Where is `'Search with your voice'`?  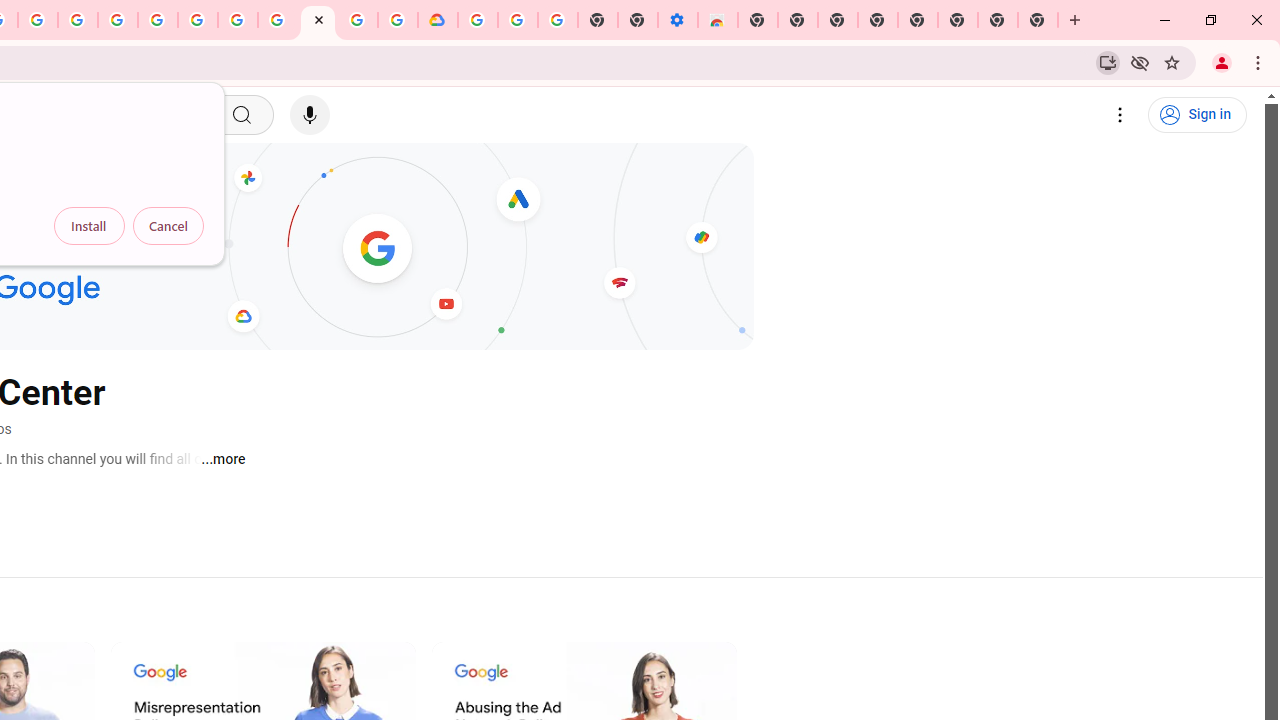
'Search with your voice' is located at coordinates (308, 115).